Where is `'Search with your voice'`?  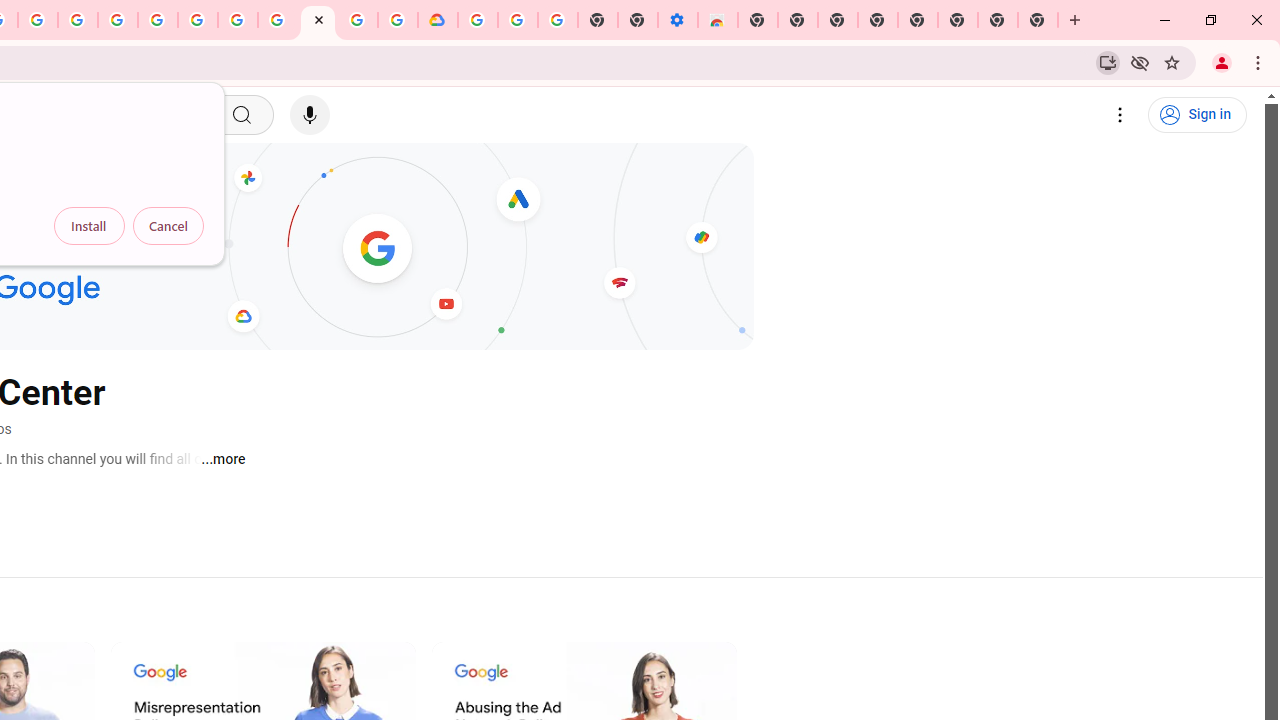
'Search with your voice' is located at coordinates (308, 115).